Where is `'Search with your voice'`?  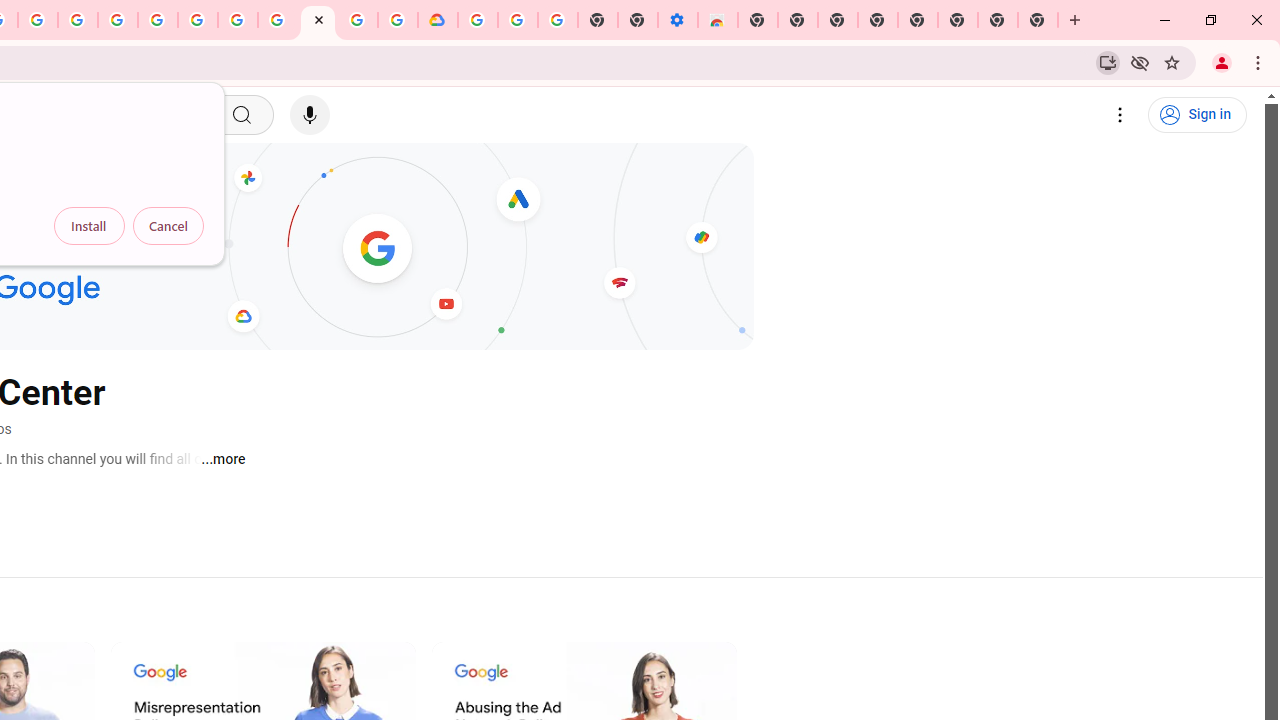
'Search with your voice' is located at coordinates (308, 115).